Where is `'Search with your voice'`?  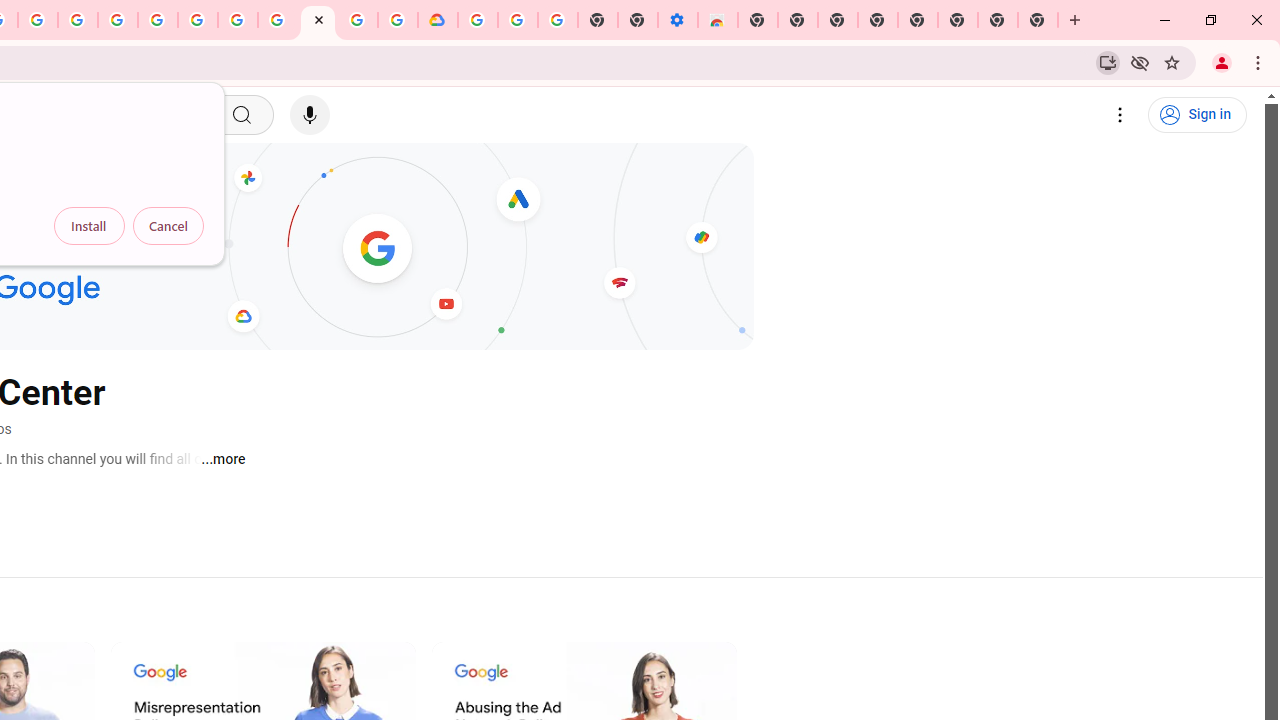
'Search with your voice' is located at coordinates (308, 115).